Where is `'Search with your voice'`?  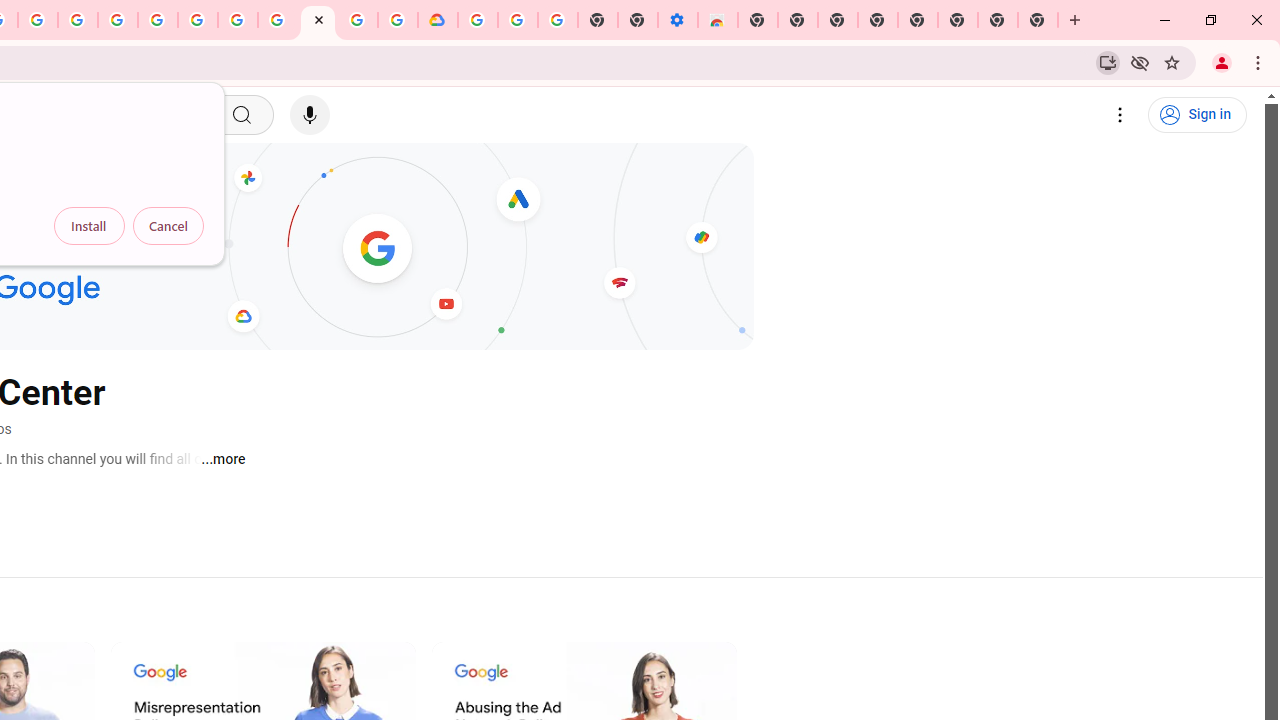
'Search with your voice' is located at coordinates (308, 115).